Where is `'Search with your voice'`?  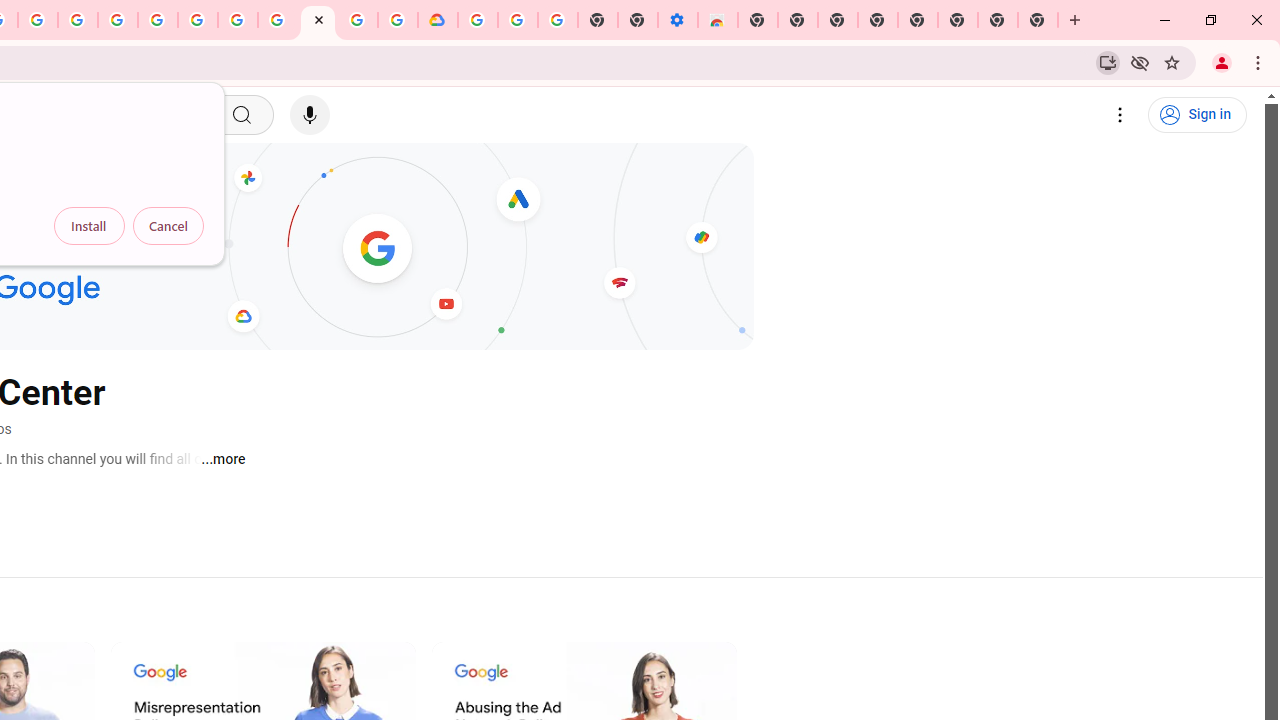
'Search with your voice' is located at coordinates (308, 115).